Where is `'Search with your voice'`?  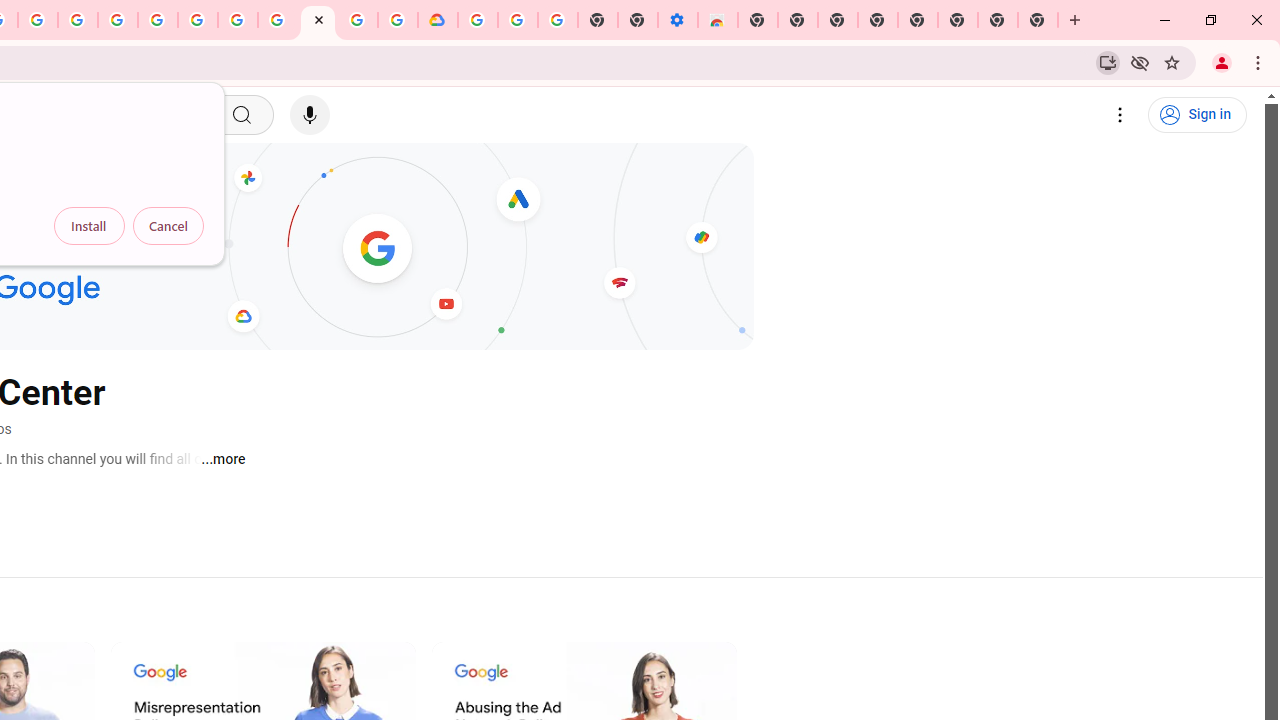
'Search with your voice' is located at coordinates (308, 115).